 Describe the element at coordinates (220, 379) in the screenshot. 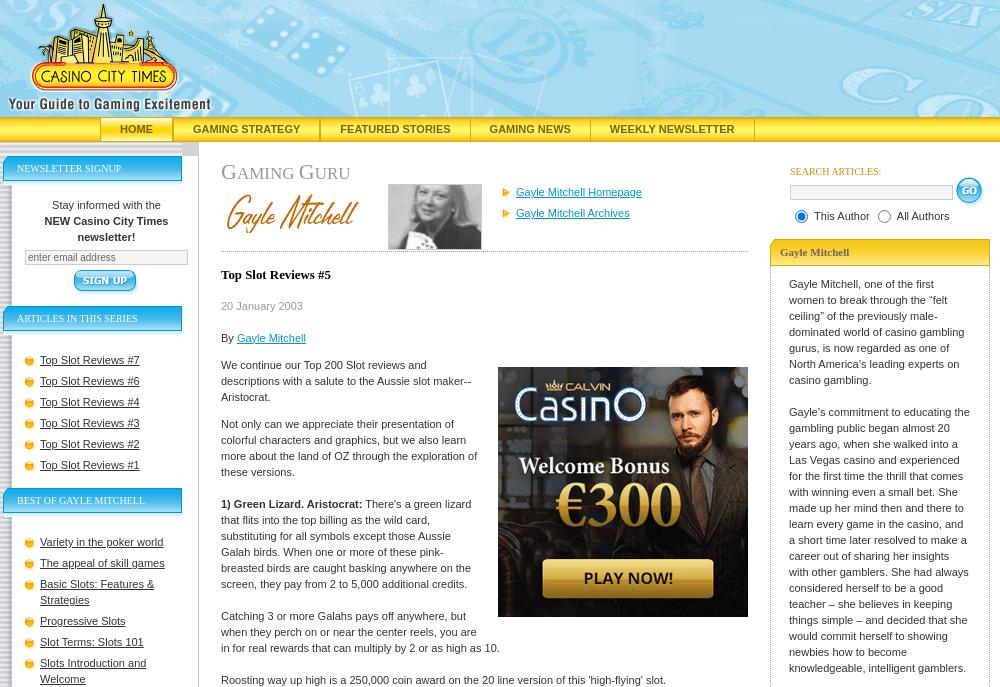

I see `'We continue our Top 200 Slot reviews and descriptions with a salute to the Aussie slot maker--Aristocrat.'` at that location.